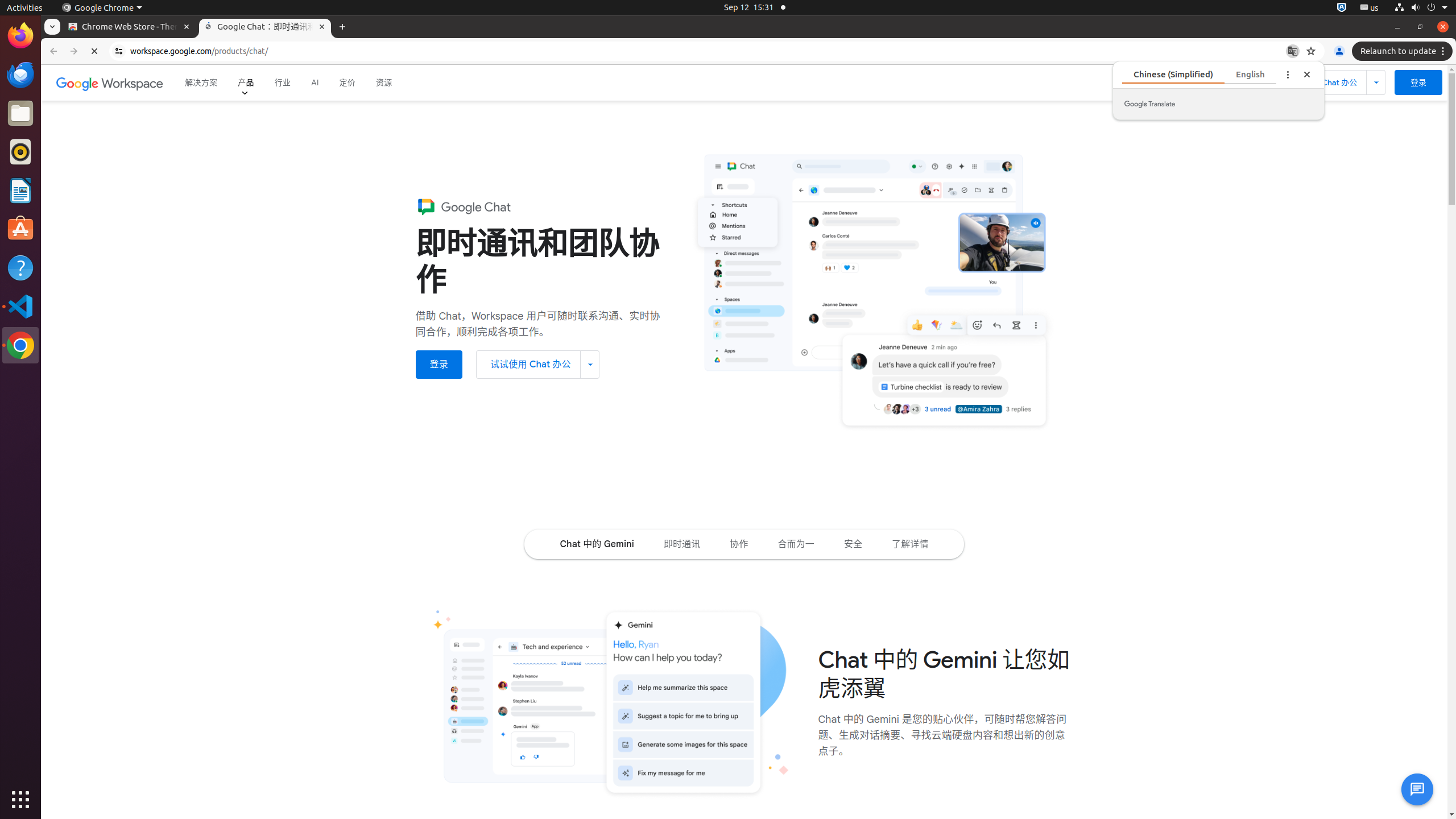 This screenshot has width=1456, height=819. Describe the element at coordinates (739, 543) in the screenshot. I see `'跳至本页面的“协作”部分'` at that location.